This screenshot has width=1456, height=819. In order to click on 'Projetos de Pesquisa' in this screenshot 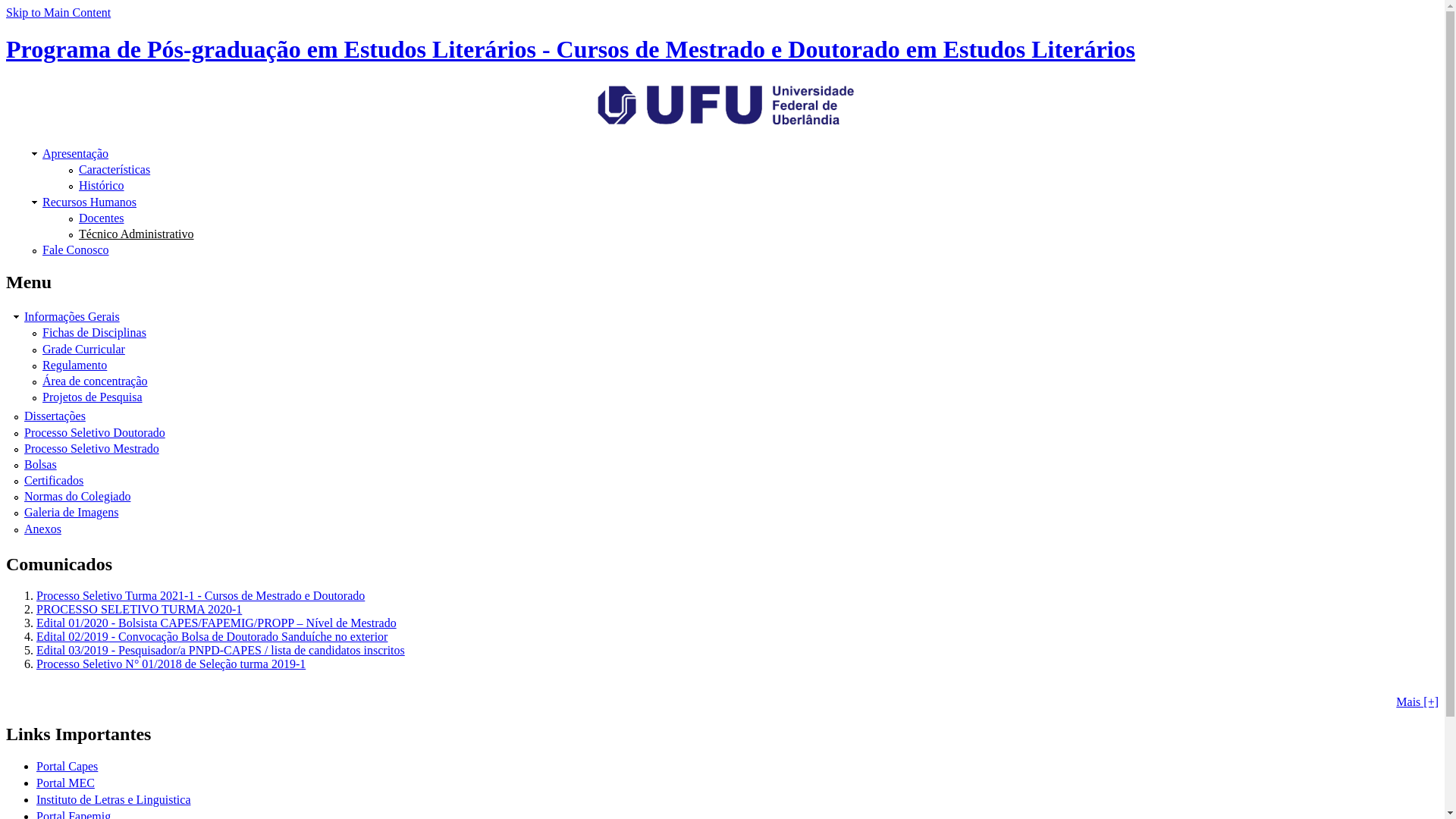, I will do `click(91, 396)`.